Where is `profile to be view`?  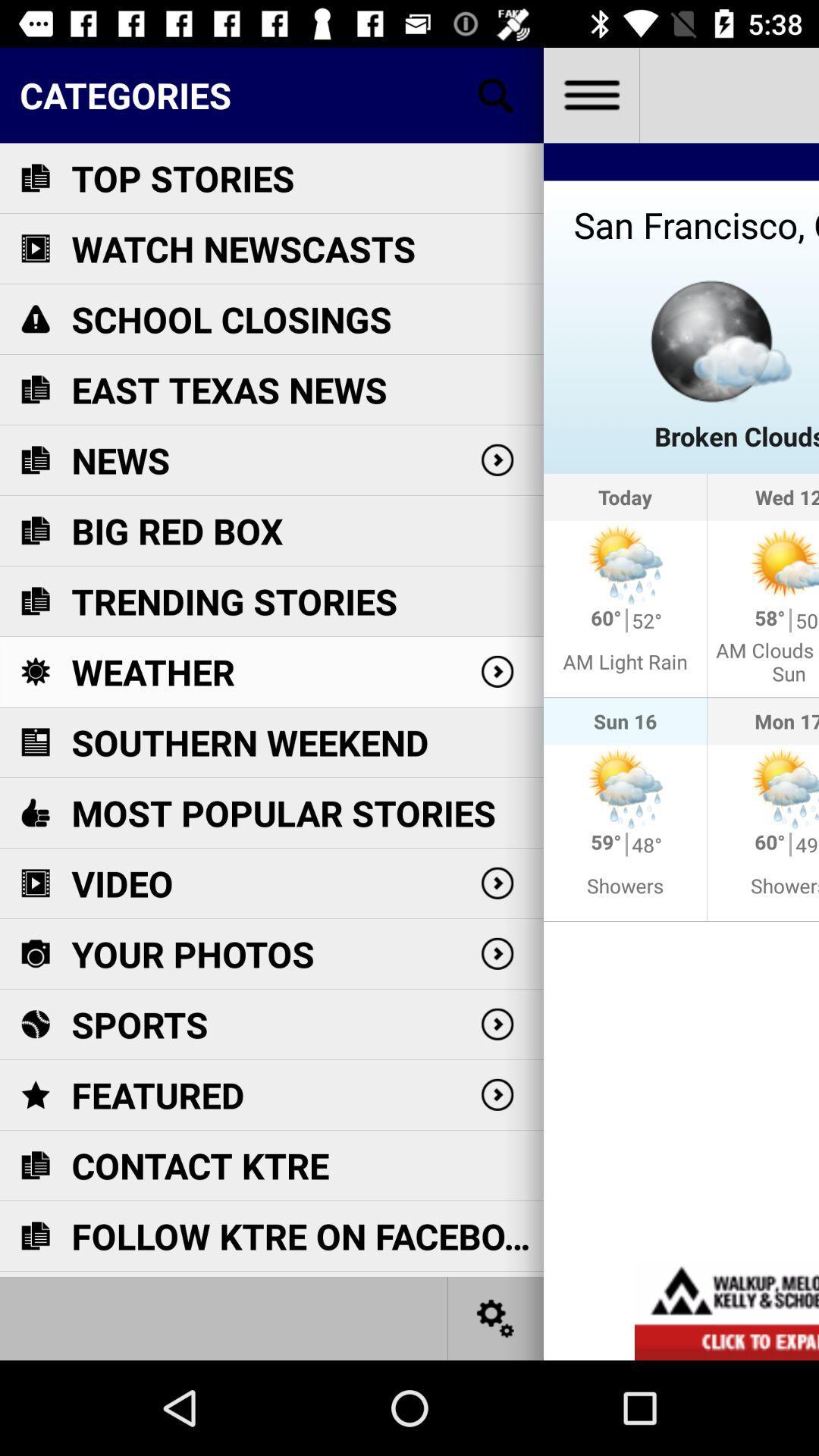
profile to be view is located at coordinates (590, 94).